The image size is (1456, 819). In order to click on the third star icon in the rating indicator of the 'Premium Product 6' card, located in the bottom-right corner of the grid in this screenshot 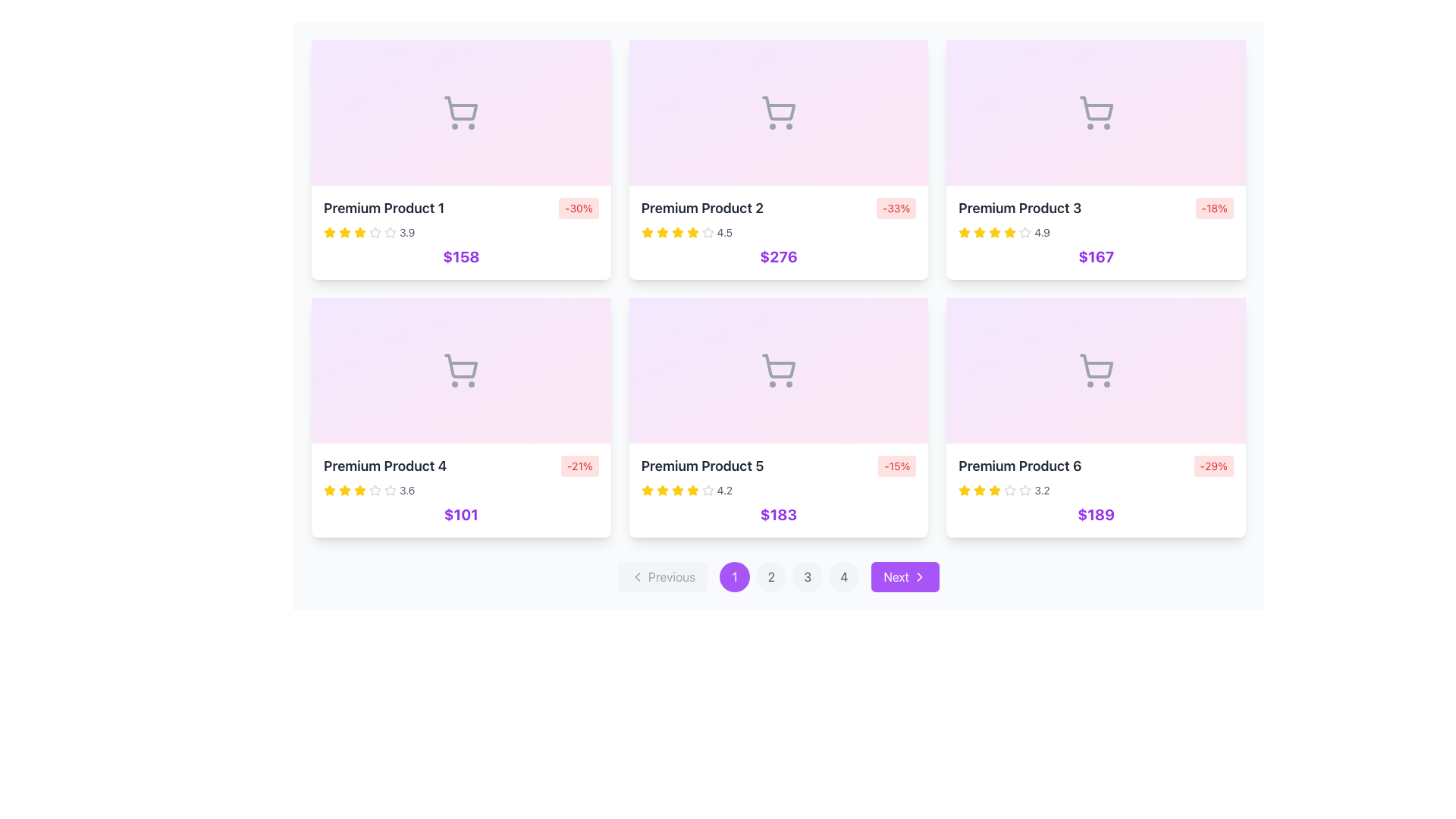, I will do `click(1025, 490)`.